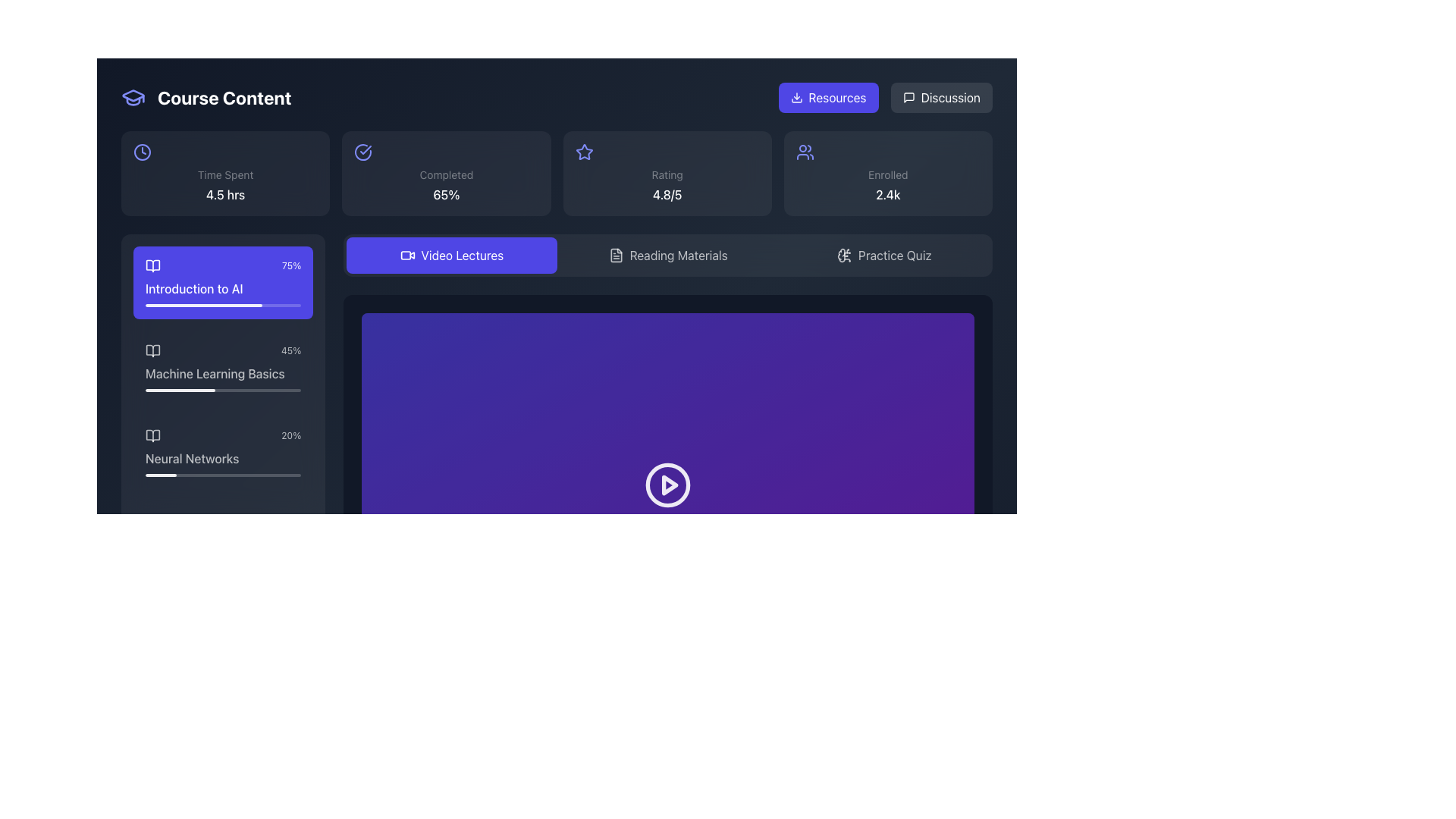 The width and height of the screenshot is (1456, 819). Describe the element at coordinates (206, 305) in the screenshot. I see `the progress bar` at that location.